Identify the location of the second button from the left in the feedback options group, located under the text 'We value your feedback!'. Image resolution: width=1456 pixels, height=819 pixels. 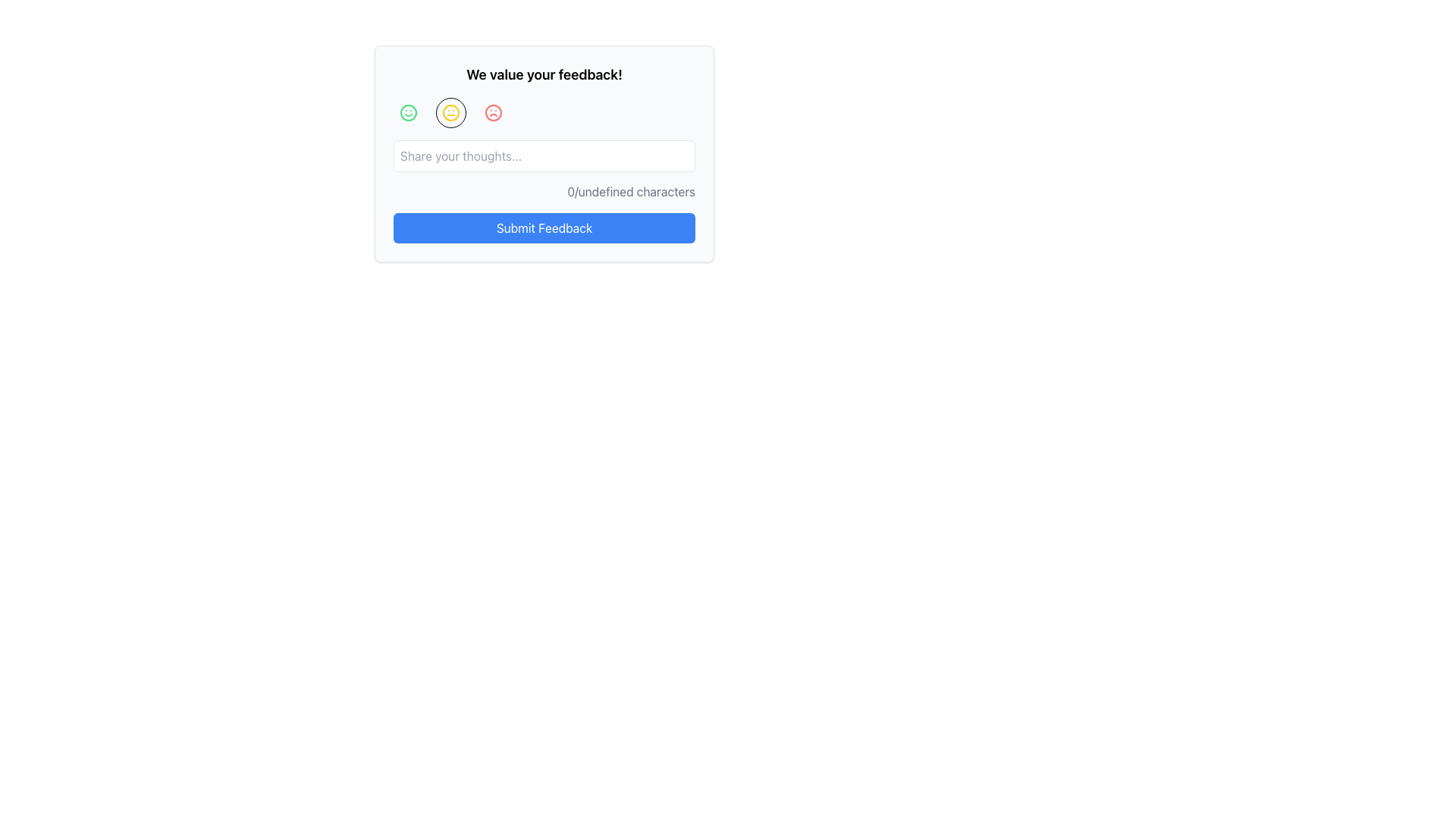
(450, 112).